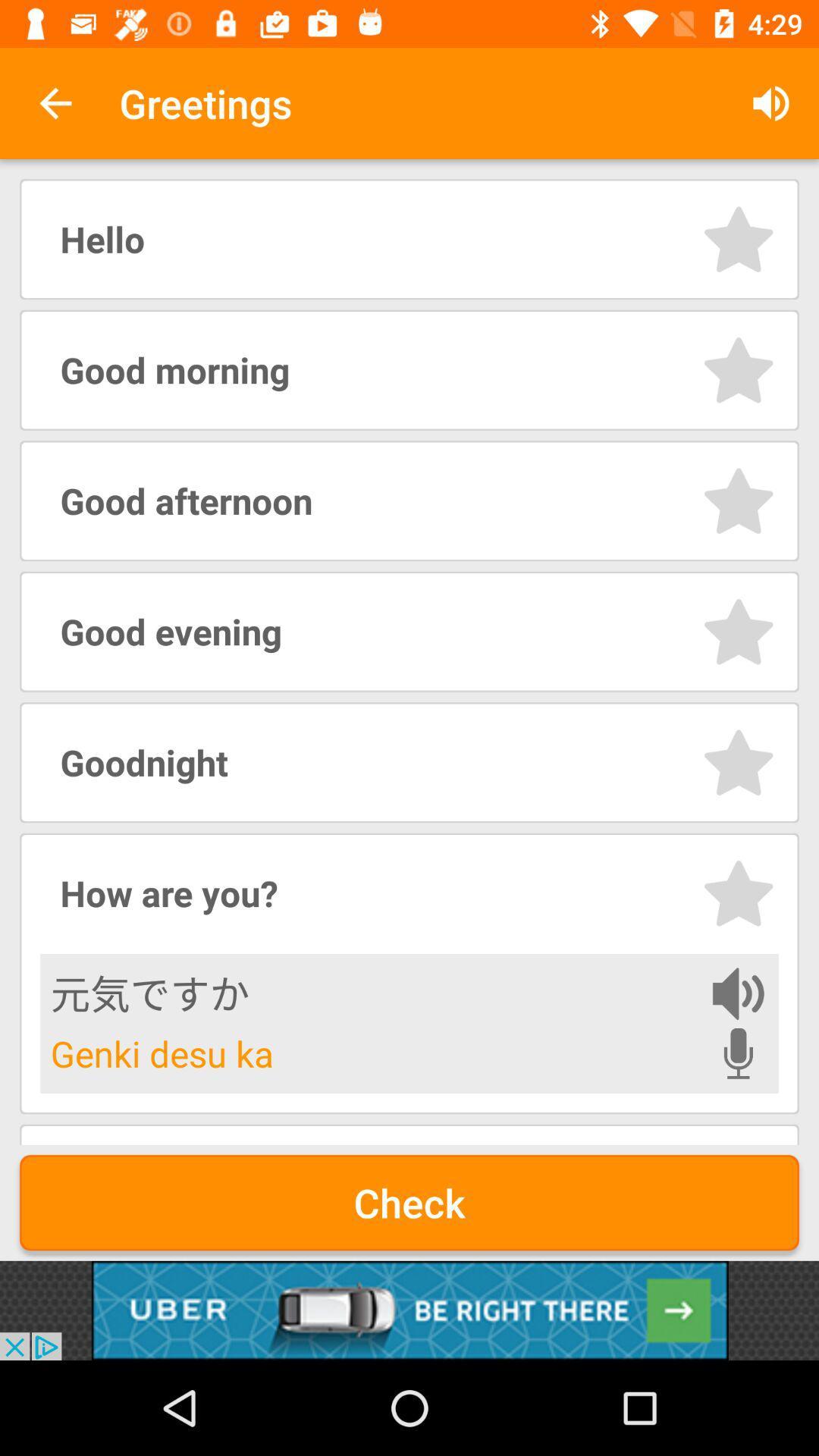 This screenshot has width=819, height=1456. I want to click on star, so click(738, 762).